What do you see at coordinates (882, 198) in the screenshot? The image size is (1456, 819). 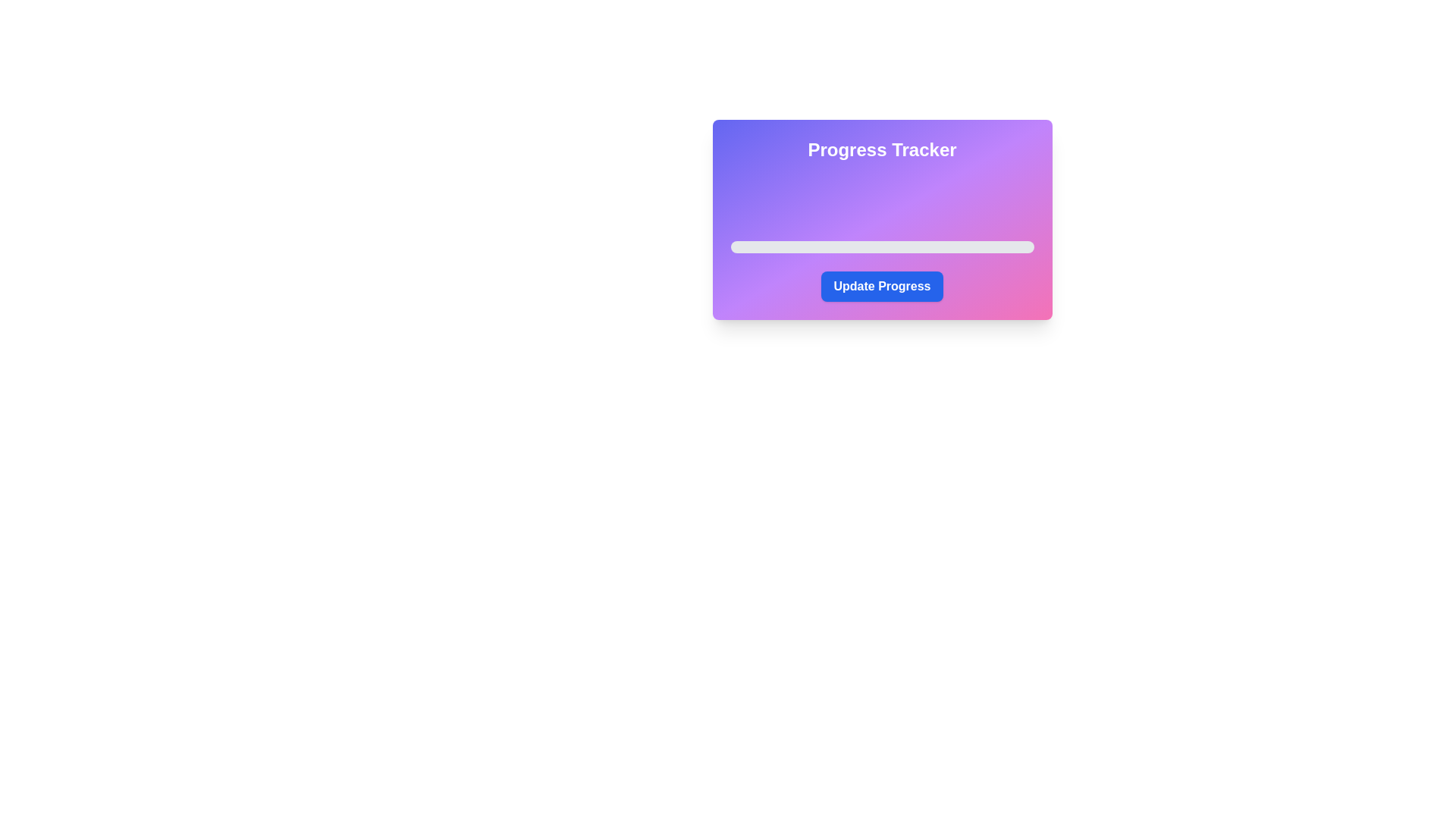 I see `the circular progress indicator with a dashed outline` at bounding box center [882, 198].